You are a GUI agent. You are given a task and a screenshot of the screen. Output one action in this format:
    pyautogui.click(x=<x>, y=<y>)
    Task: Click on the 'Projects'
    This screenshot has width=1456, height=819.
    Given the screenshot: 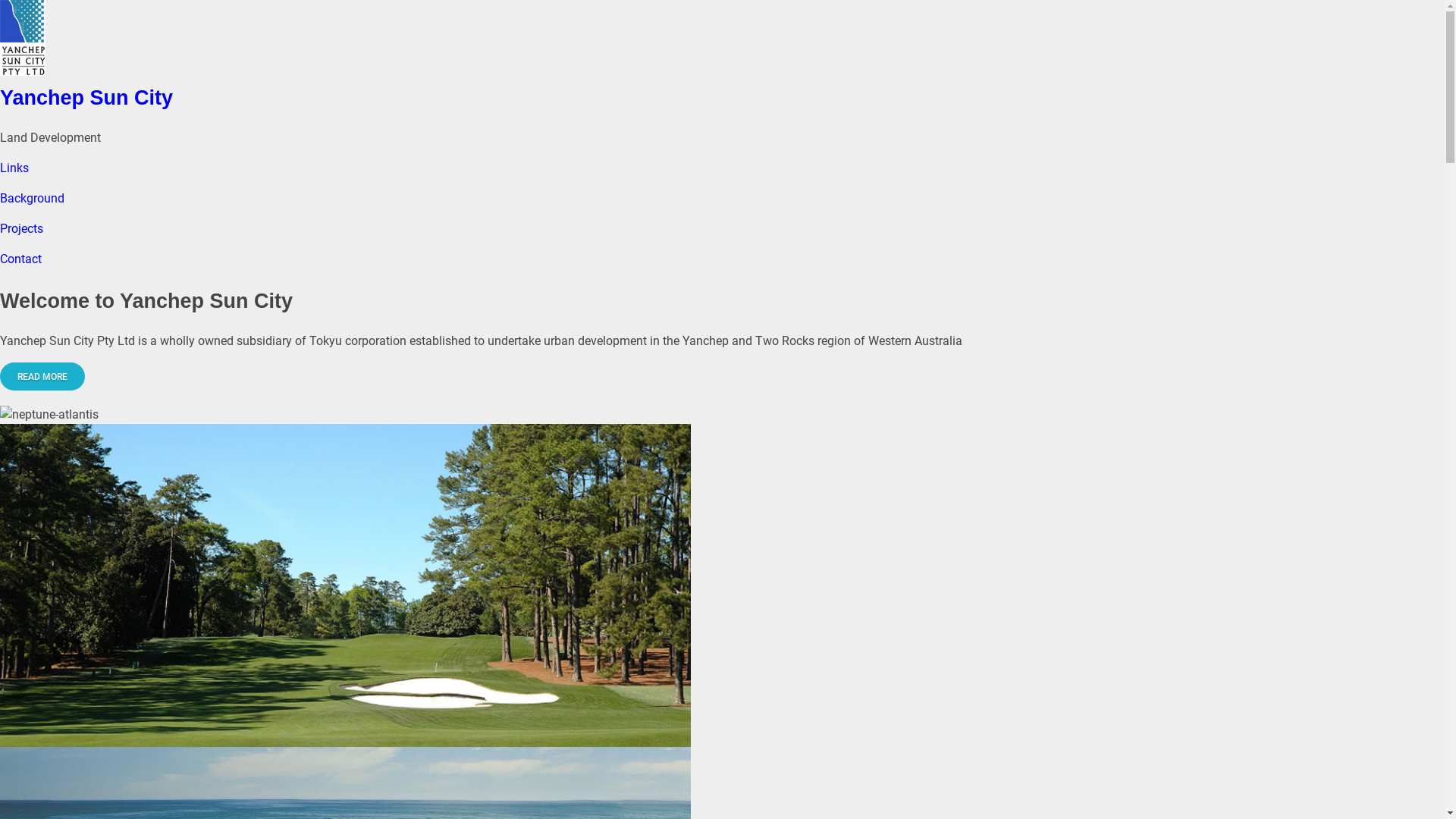 What is the action you would take?
    pyautogui.click(x=21, y=228)
    